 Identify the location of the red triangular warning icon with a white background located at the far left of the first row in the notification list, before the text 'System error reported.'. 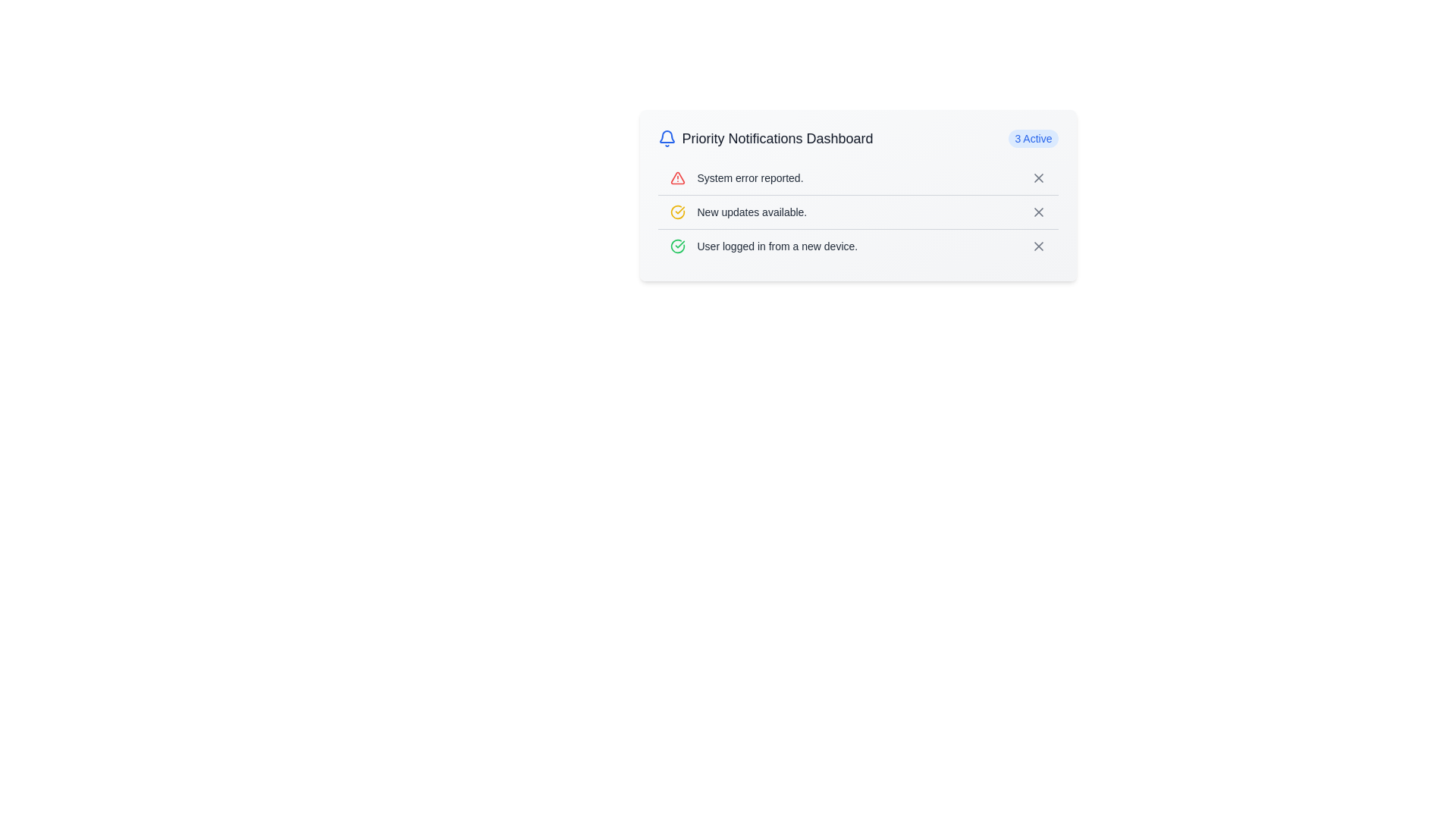
(676, 177).